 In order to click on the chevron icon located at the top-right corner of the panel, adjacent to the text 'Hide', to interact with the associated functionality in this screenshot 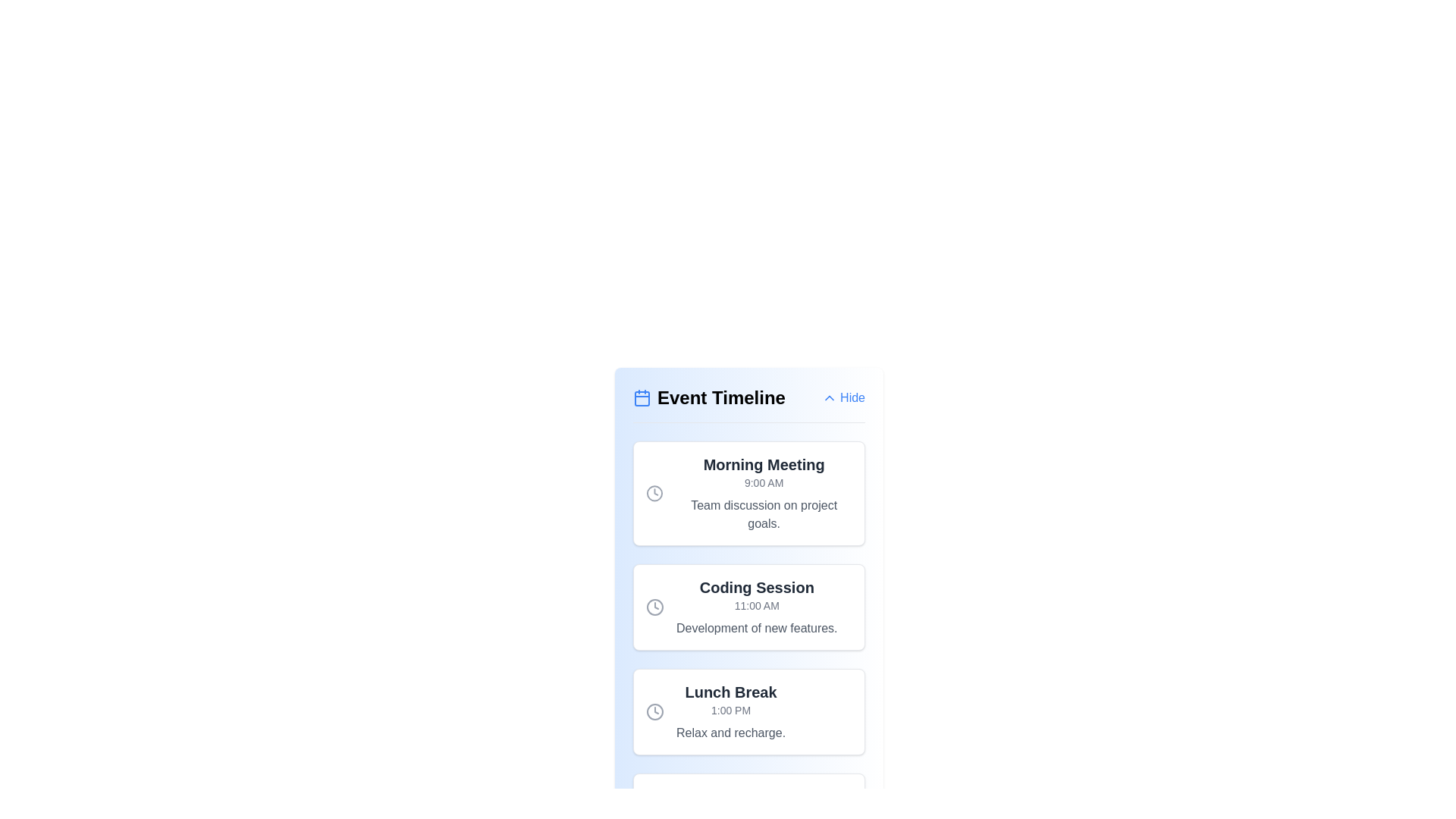, I will do `click(829, 397)`.